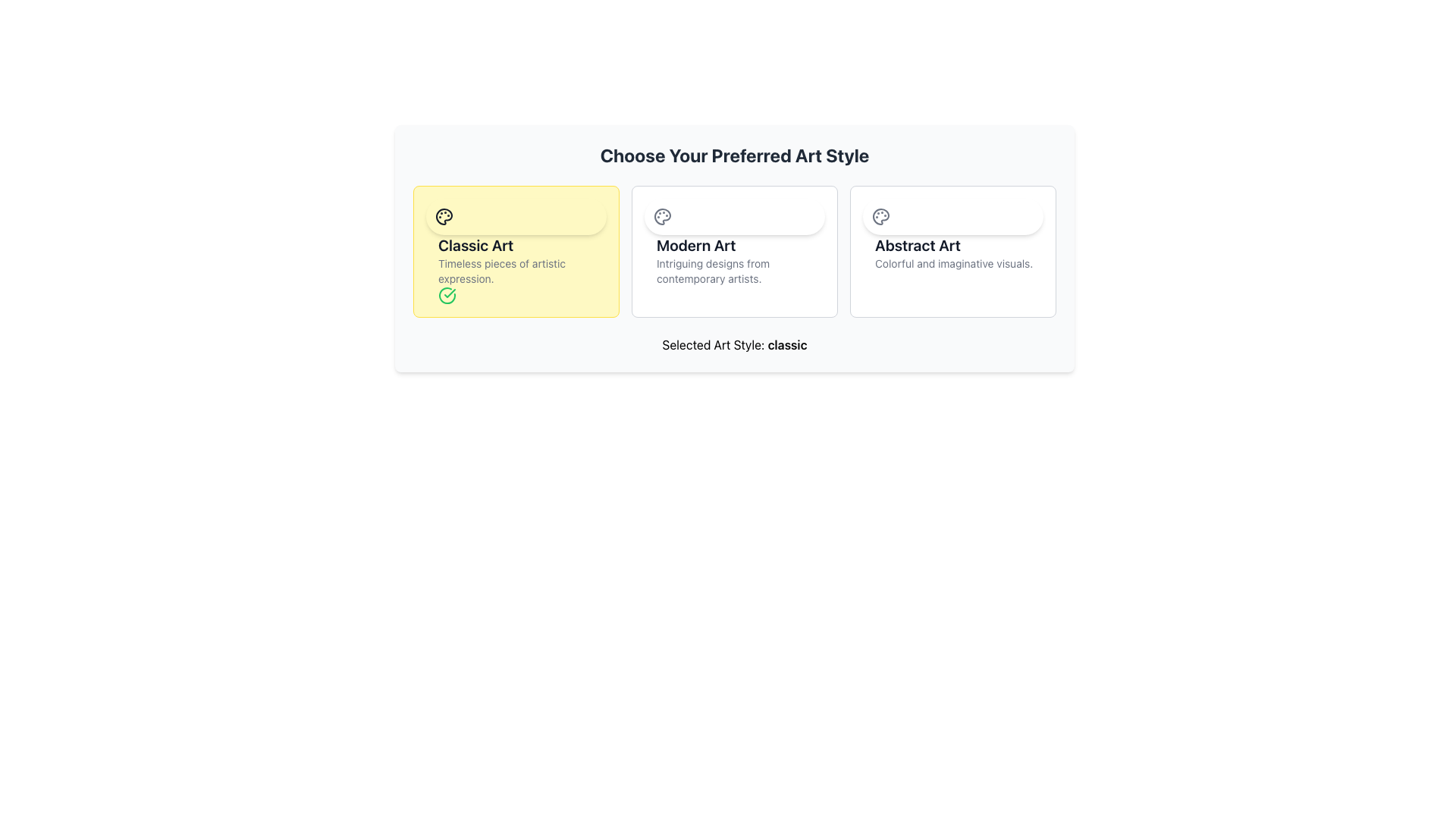 This screenshot has width=1456, height=819. I want to click on the text label serving as the title of the 'Abstract Art' option, located at the top of the rightmost card among three horizontally aligned cards, so click(959, 245).